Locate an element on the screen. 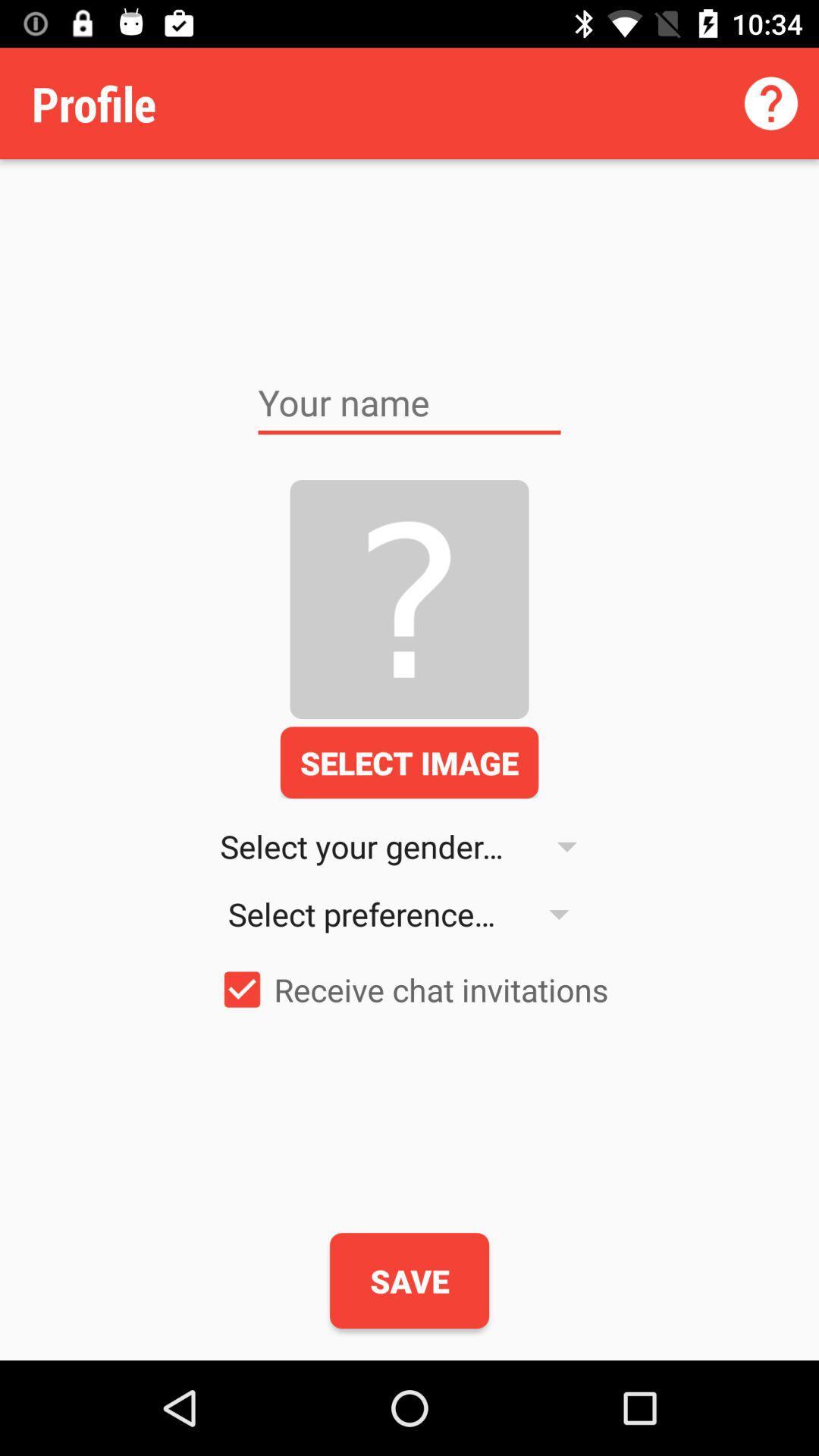 This screenshot has width=819, height=1456. the item to the right of profile is located at coordinates (771, 102).